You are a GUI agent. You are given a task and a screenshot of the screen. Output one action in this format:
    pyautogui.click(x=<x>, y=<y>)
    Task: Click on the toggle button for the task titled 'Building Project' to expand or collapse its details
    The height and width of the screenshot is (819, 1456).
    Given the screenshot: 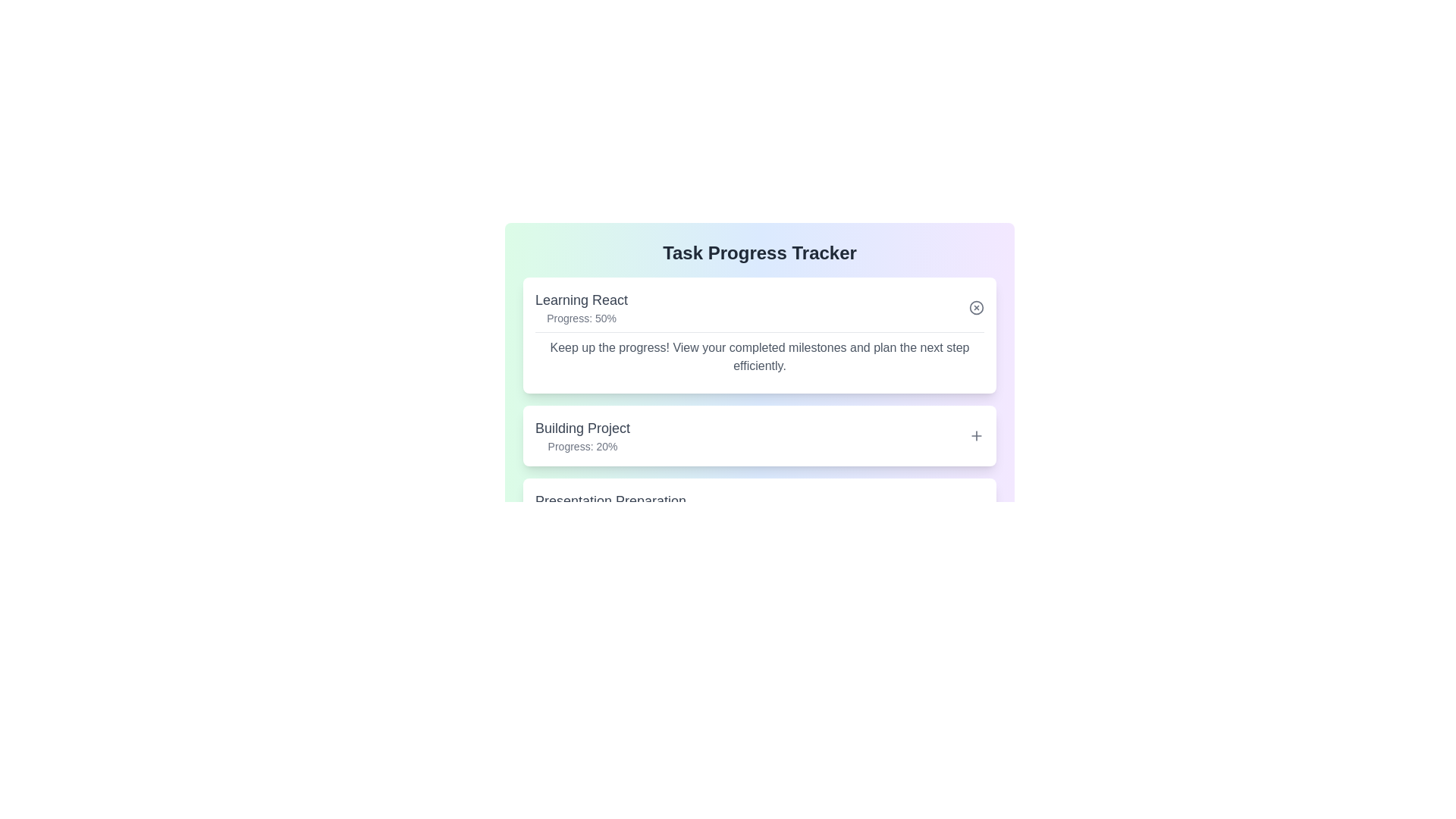 What is the action you would take?
    pyautogui.click(x=976, y=435)
    